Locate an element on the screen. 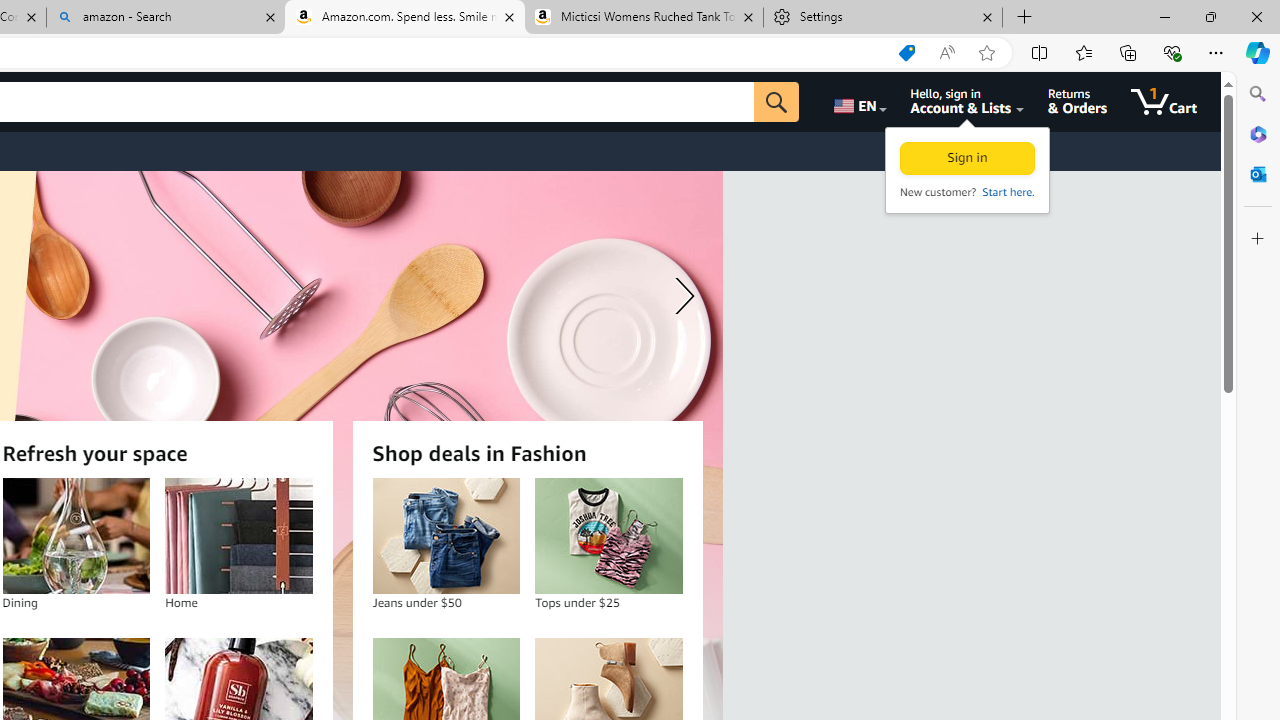  'Settings' is located at coordinates (882, 17).